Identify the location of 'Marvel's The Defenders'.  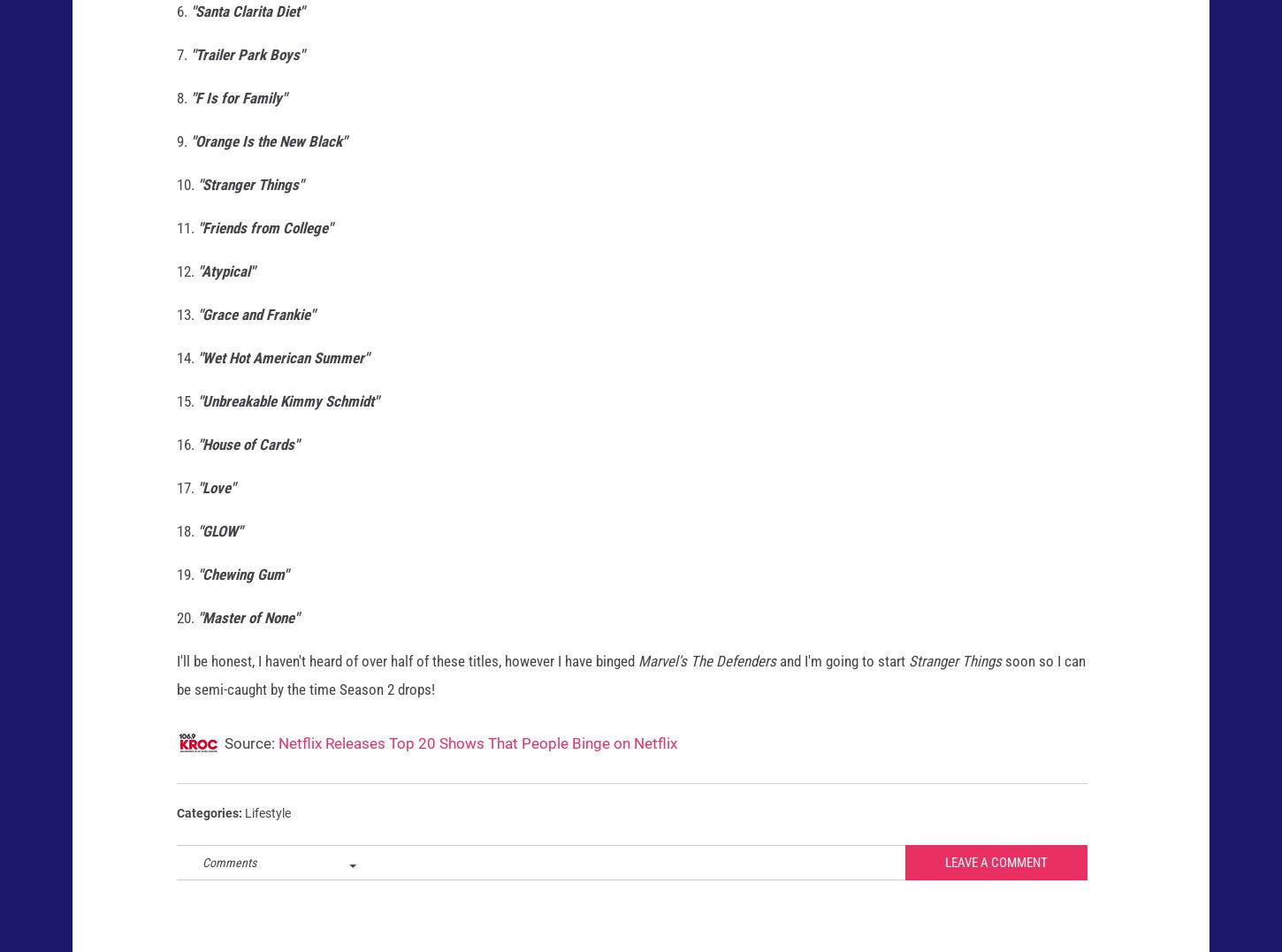
(706, 675).